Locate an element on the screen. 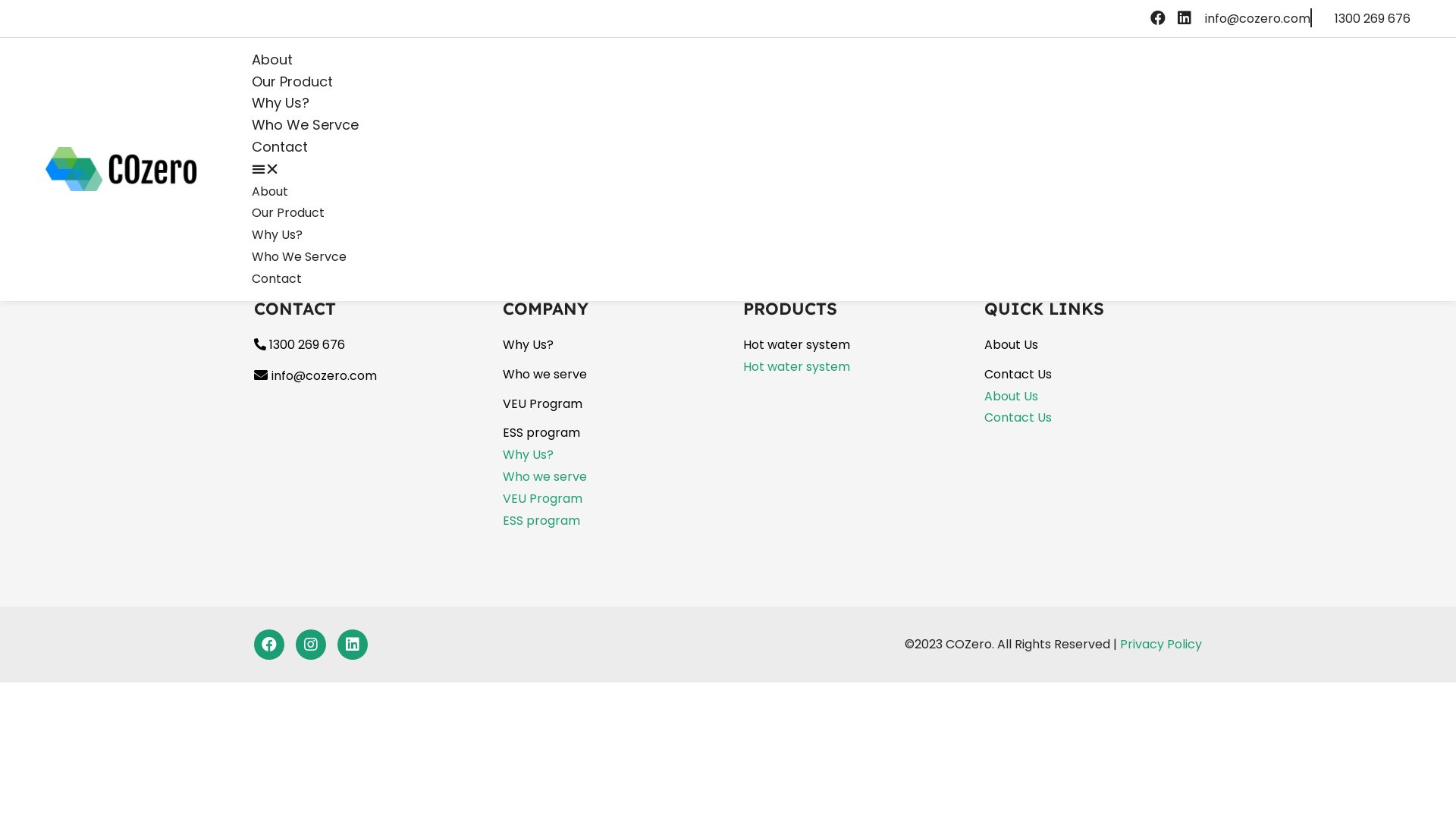 The height and width of the screenshot is (819, 1456). 'Who we serve' is located at coordinates (544, 374).